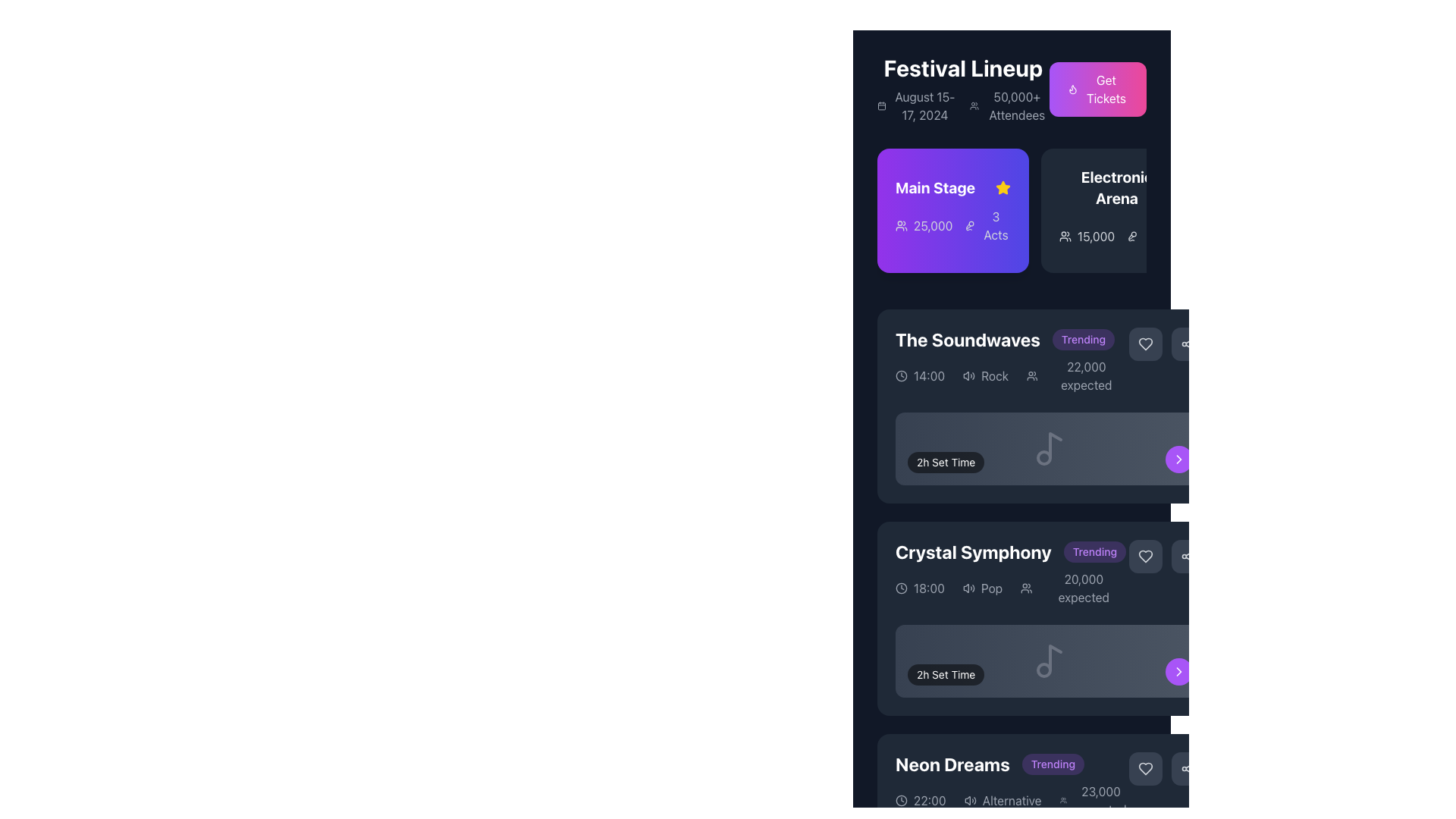 This screenshot has width=1456, height=819. Describe the element at coordinates (1166, 344) in the screenshot. I see `the heart icon in the interactive button group to like the event associated with 'The Soundwaves' listing` at that location.